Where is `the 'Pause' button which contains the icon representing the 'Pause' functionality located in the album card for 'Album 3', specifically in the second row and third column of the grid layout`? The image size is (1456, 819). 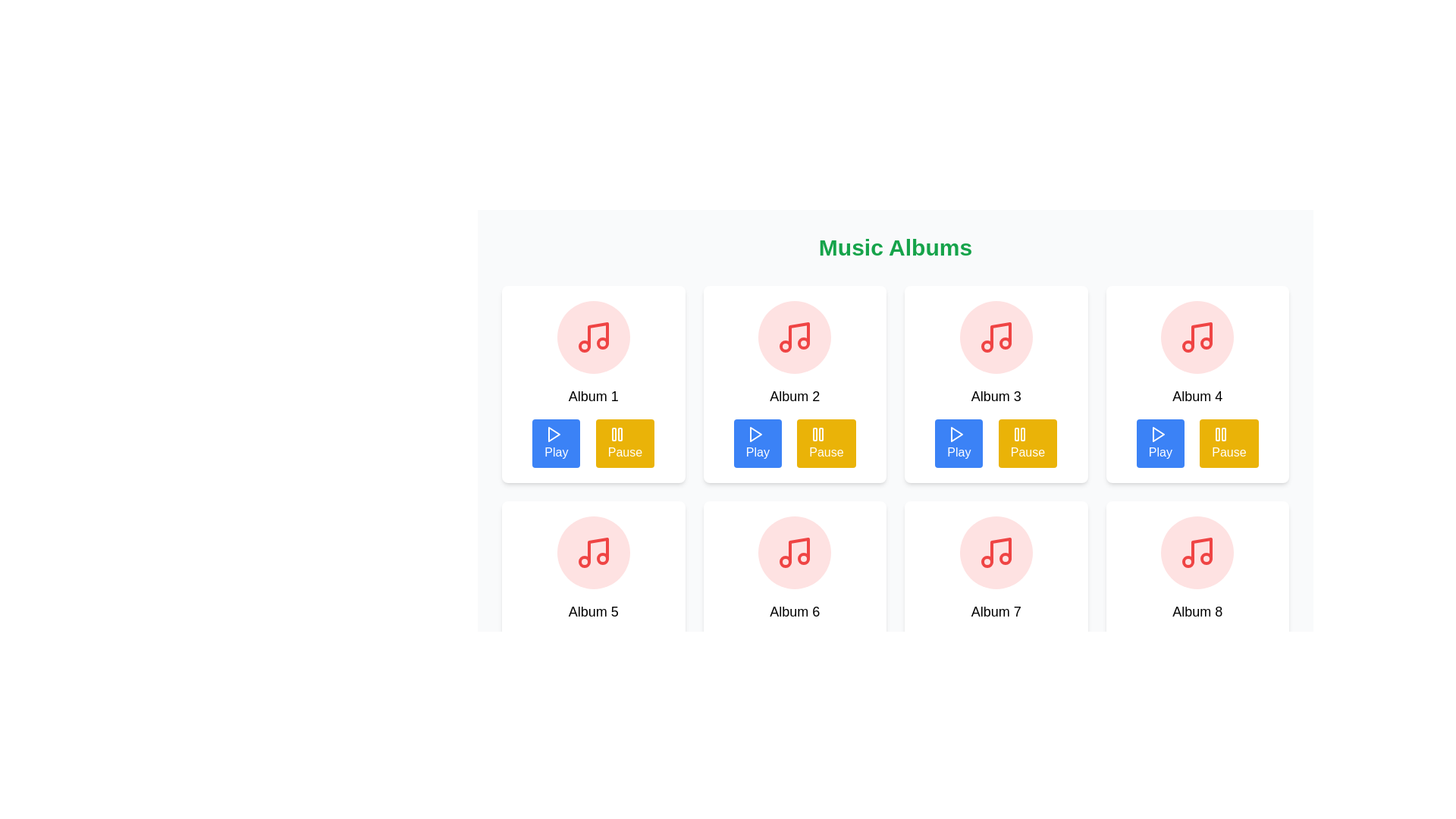
the 'Pause' button which contains the icon representing the 'Pause' functionality located in the album card for 'Album 3', specifically in the second row and third column of the grid layout is located at coordinates (1019, 435).